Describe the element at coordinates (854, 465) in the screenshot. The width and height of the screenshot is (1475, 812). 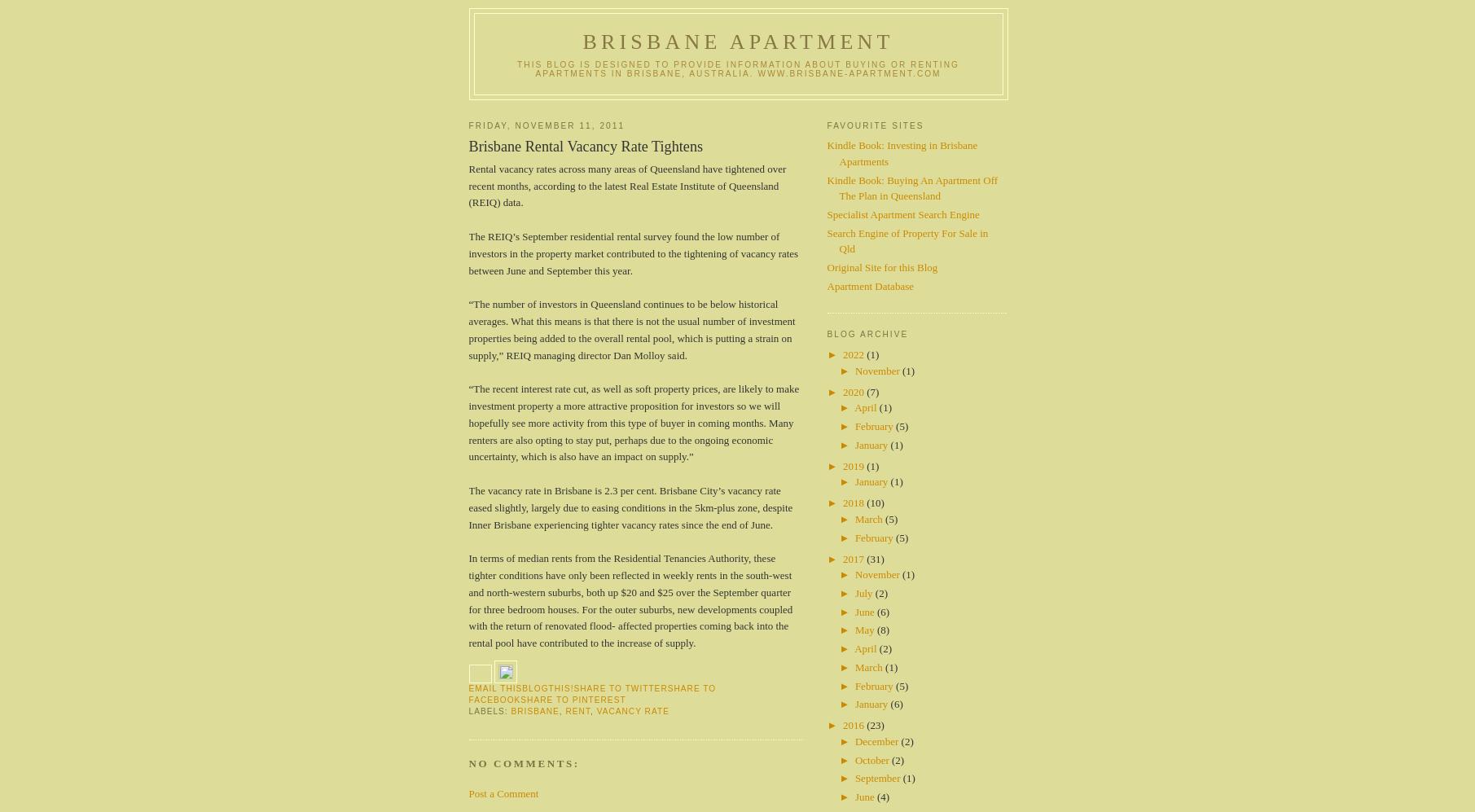
I see `'2019'` at that location.